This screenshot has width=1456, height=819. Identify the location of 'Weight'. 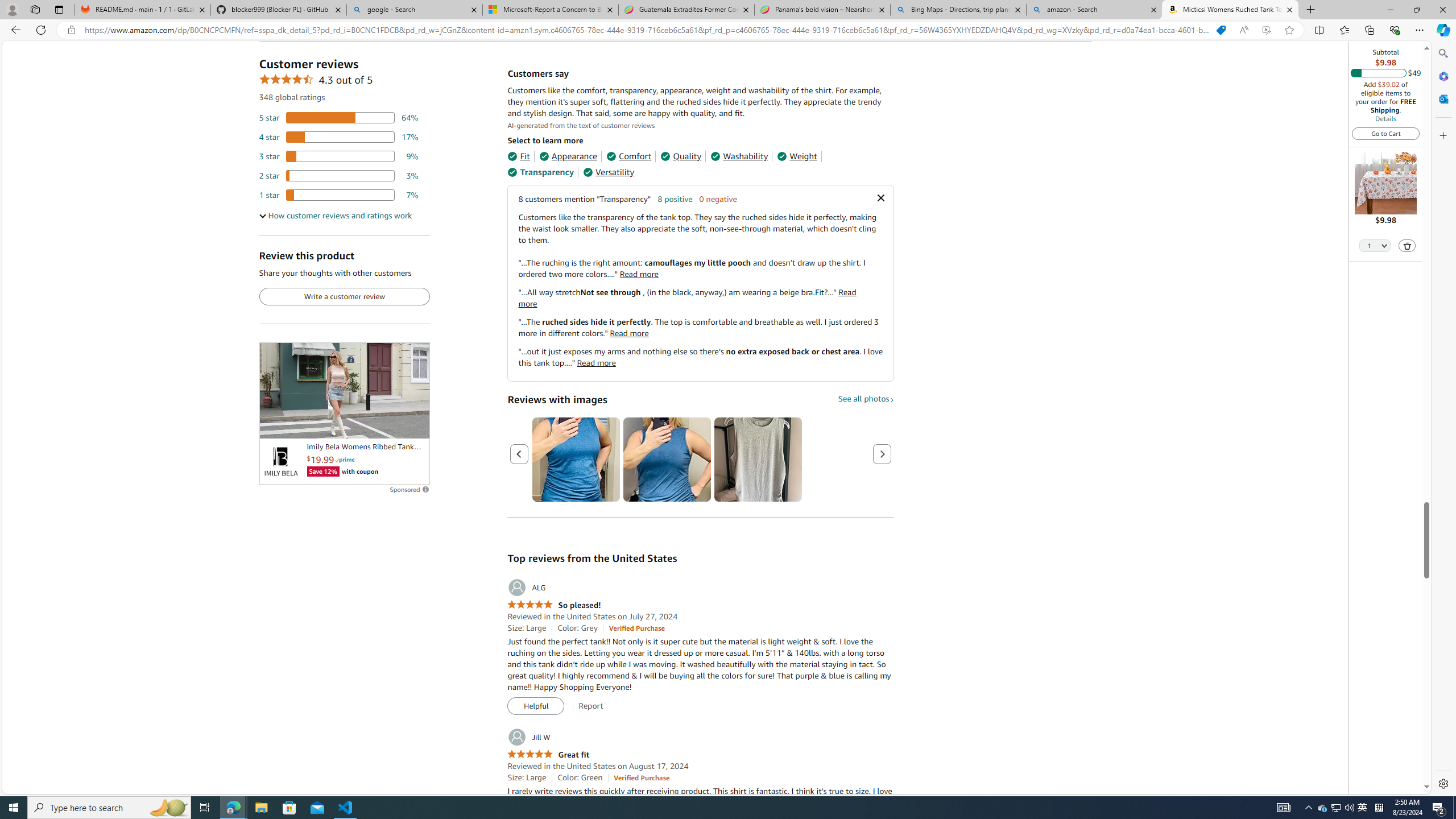
(797, 156).